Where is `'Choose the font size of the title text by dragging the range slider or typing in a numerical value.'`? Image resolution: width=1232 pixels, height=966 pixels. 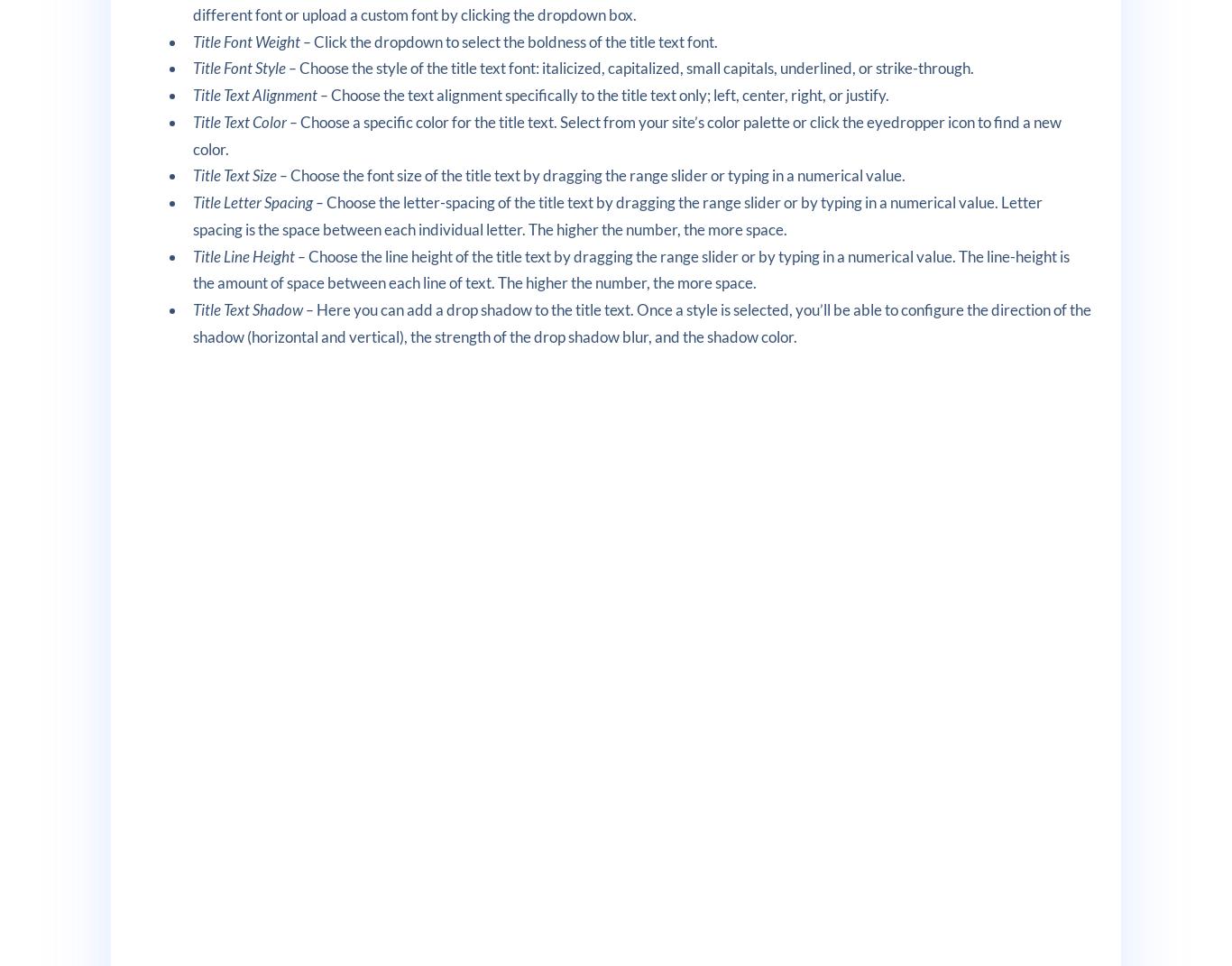 'Choose the font size of the title text by dragging the range slider or typing in a numerical value.' is located at coordinates (597, 174).